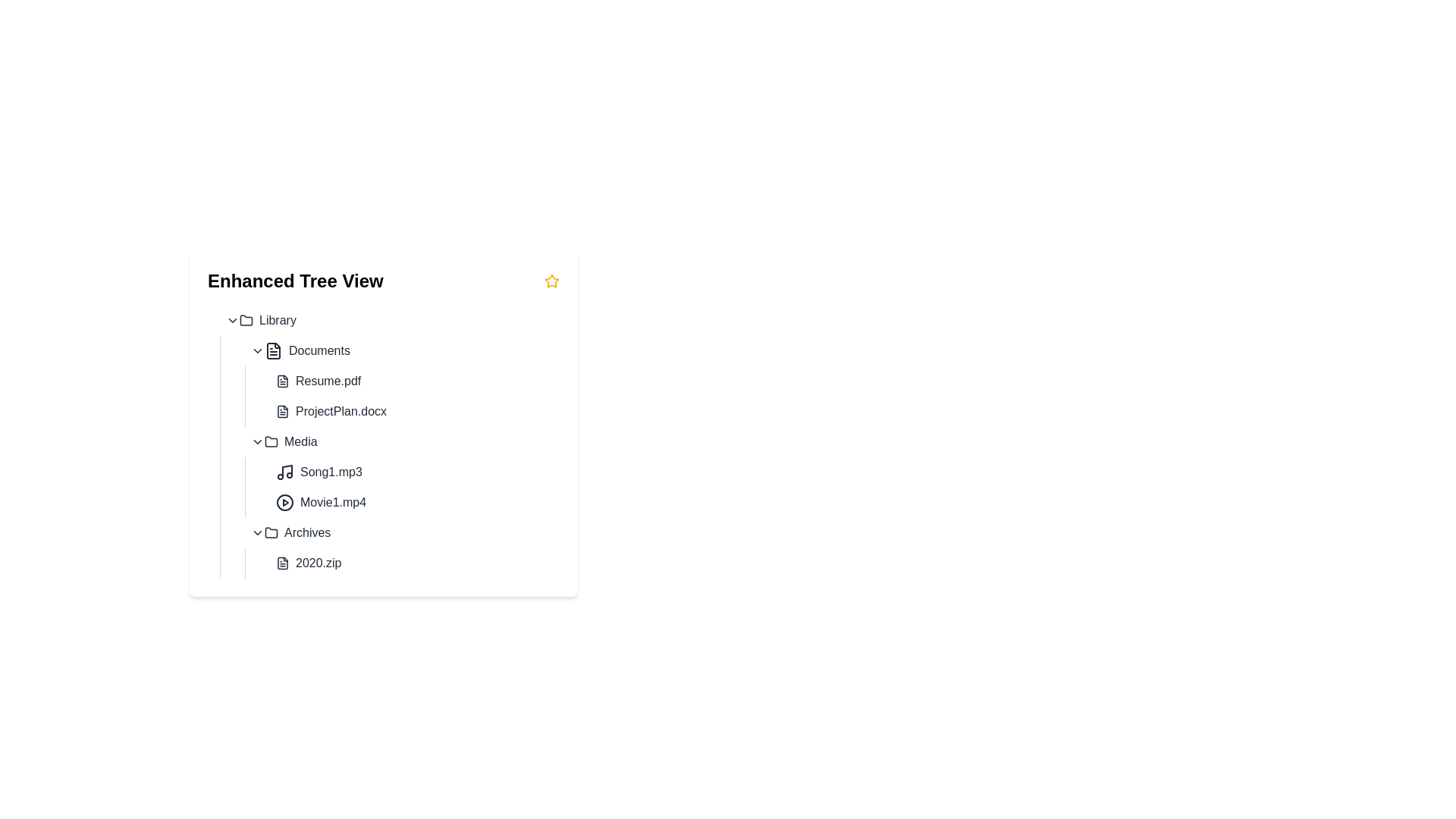  Describe the element at coordinates (328, 380) in the screenshot. I see `the text label for the file titled 'Resume.pdf' in the tree view under the 'Documents' folder` at that location.